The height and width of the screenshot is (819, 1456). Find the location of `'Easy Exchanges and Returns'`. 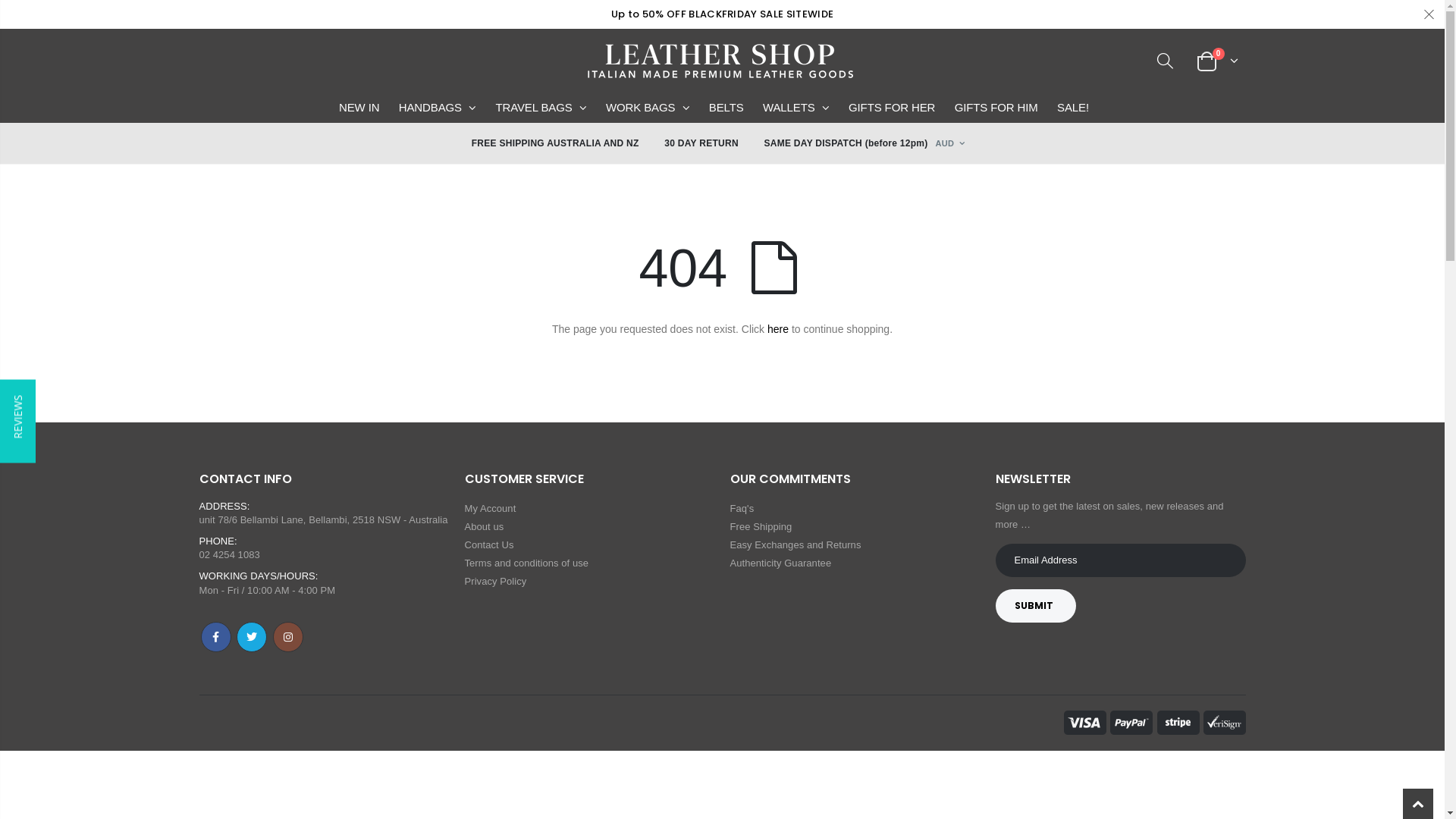

'Easy Exchanges and Returns' is located at coordinates (794, 544).